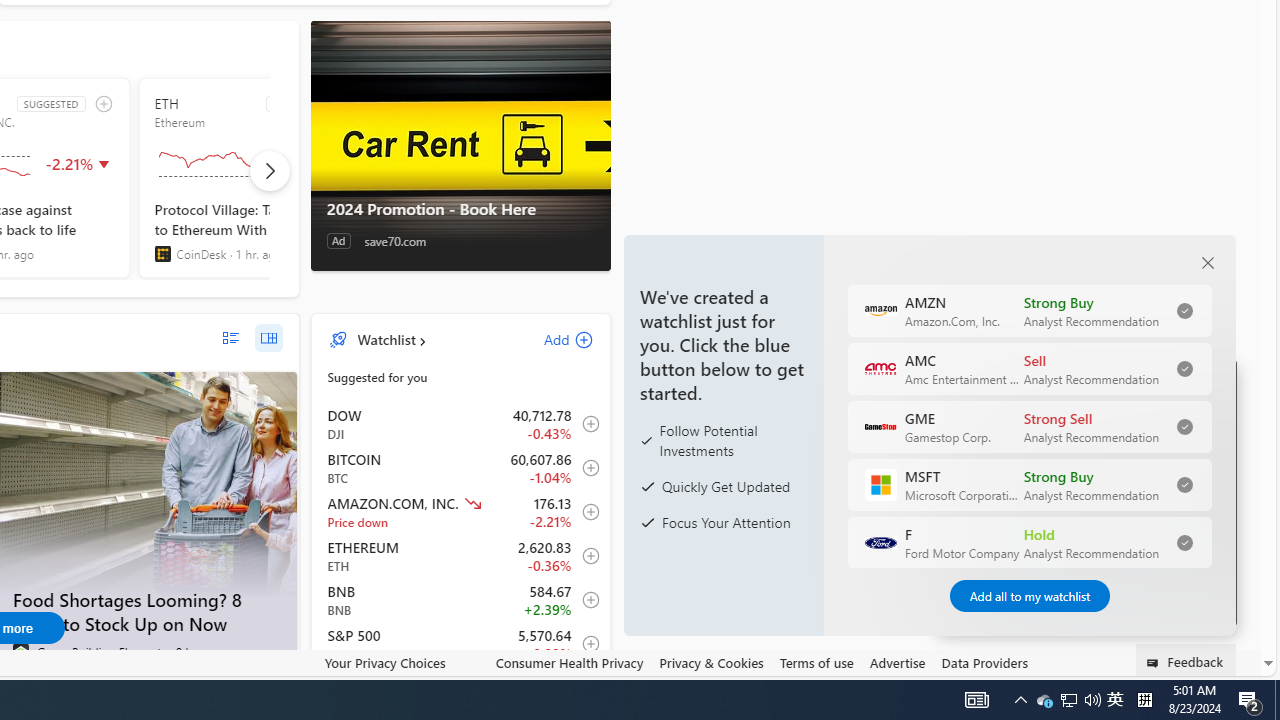  What do you see at coordinates (816, 663) in the screenshot?
I see `'Terms of use'` at bounding box center [816, 663].